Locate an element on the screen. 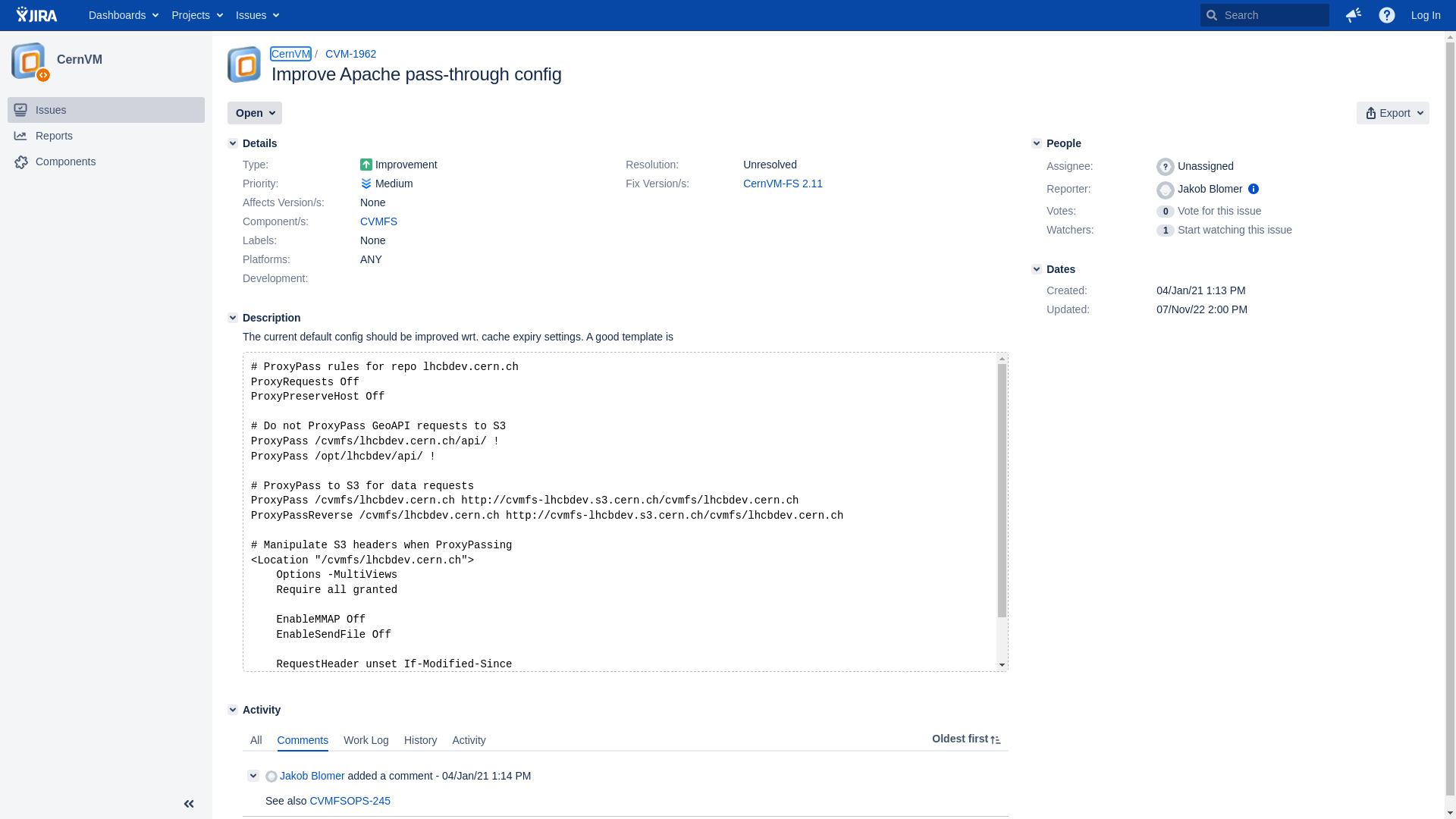 This screenshot has height=819, width=1456. 'History' is located at coordinates (421, 739).